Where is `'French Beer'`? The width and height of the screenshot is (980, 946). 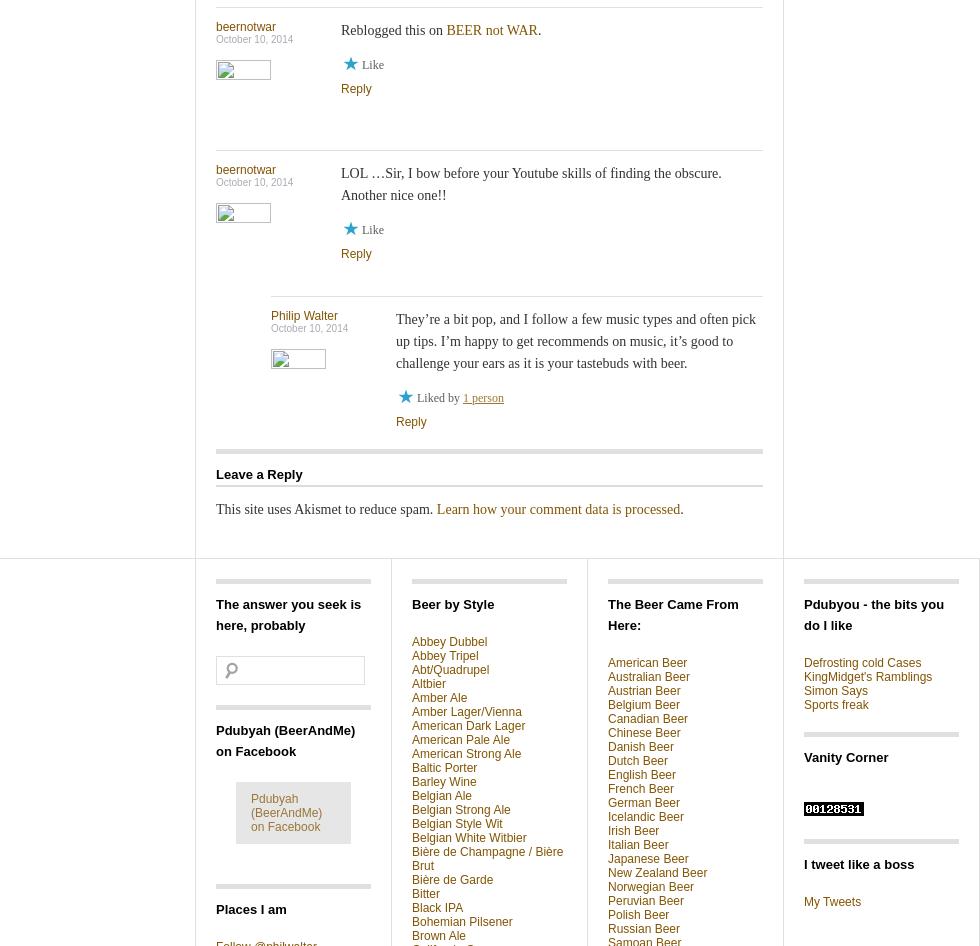
'French Beer' is located at coordinates (641, 787).